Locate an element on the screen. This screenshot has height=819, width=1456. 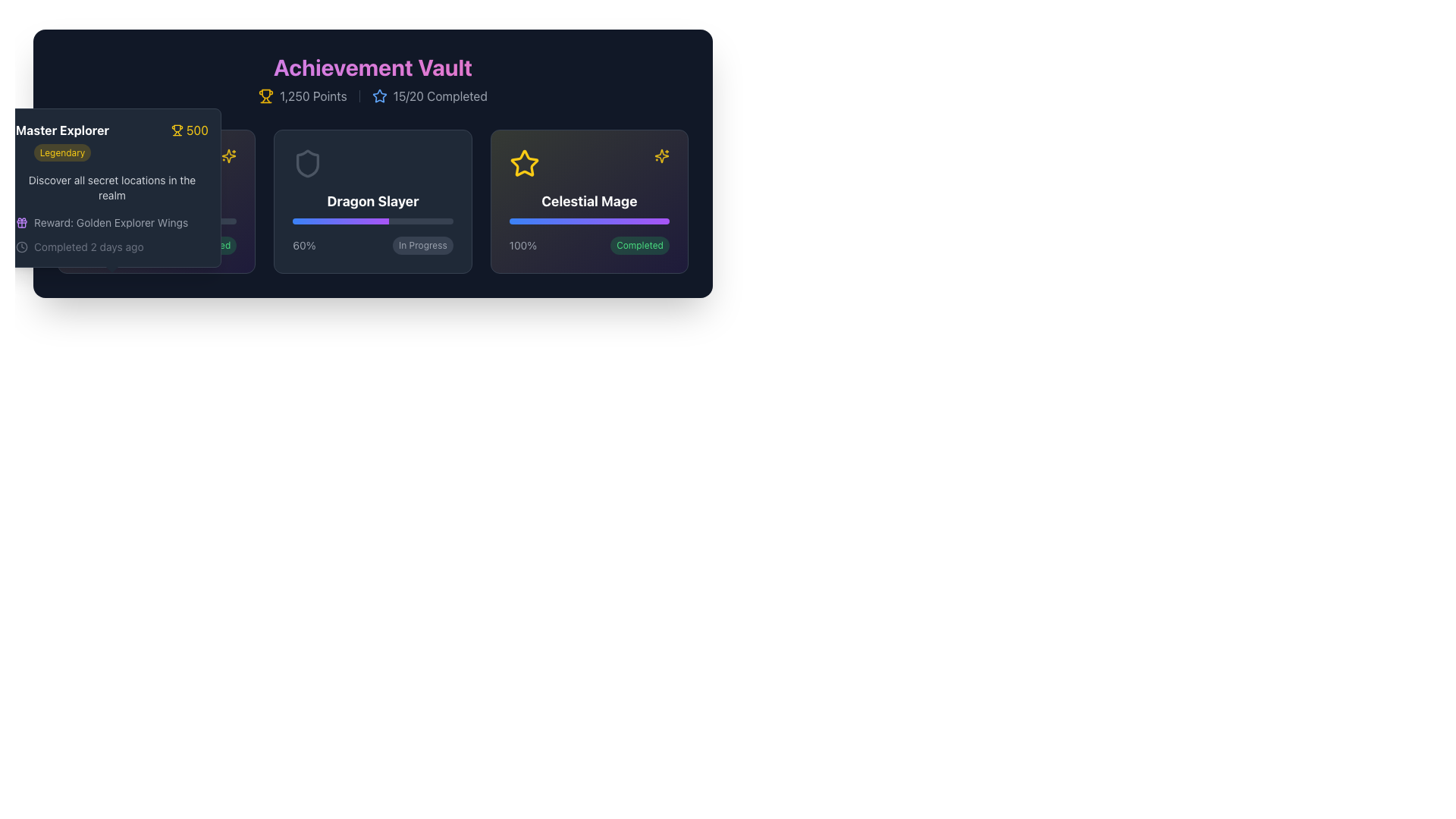
the Text Block displaying 'Discover all secret locations in the realm', which is positioned under 'Master Explorer' and above 'Reward: Golden Explorer Wings' in a dark-themed card is located at coordinates (111, 187).